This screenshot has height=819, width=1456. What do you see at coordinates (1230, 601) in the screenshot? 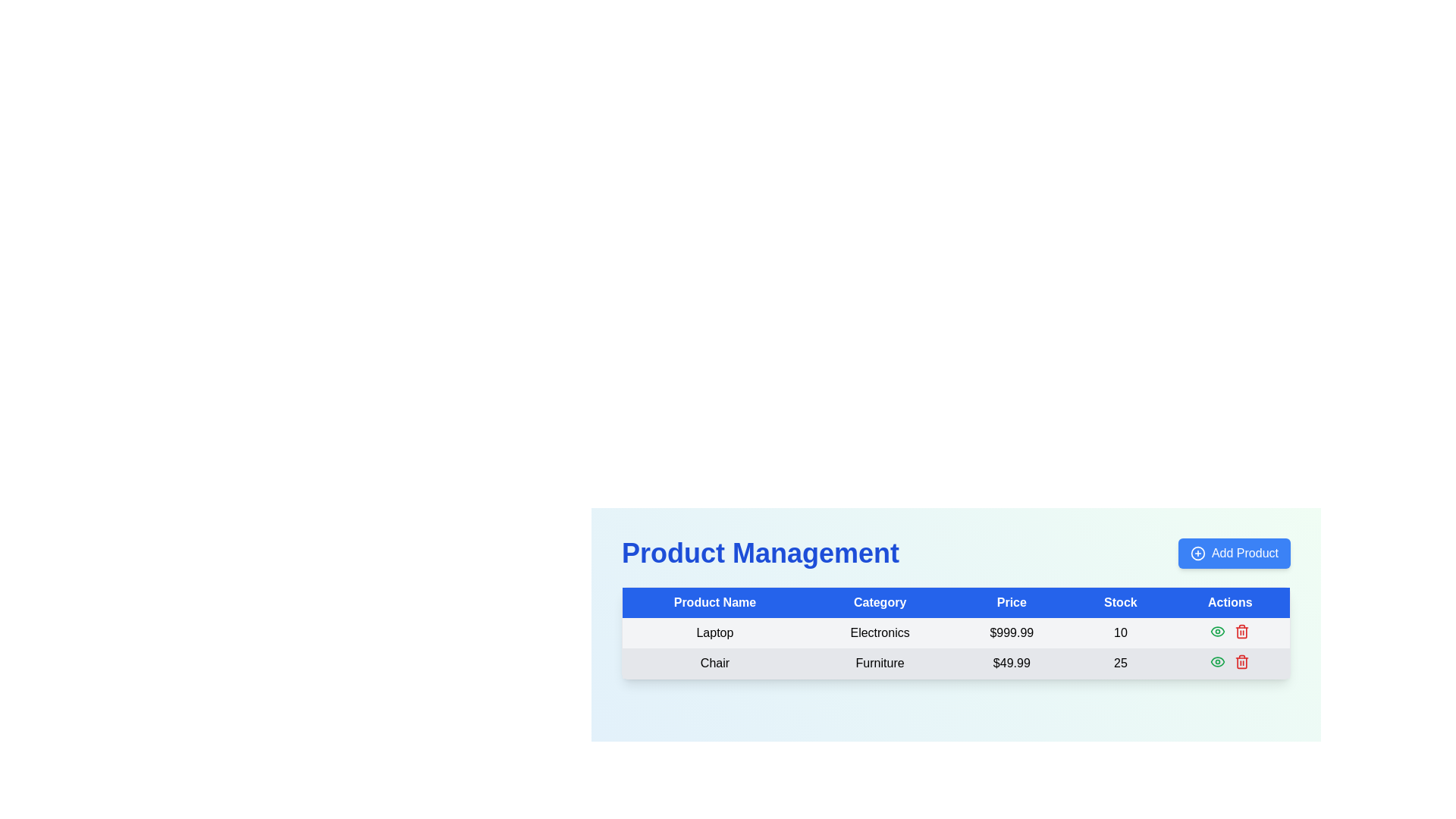
I see `the fifth table header item, which designates the column of actions in the table, located to the right of the 'Stock' column header` at bounding box center [1230, 601].